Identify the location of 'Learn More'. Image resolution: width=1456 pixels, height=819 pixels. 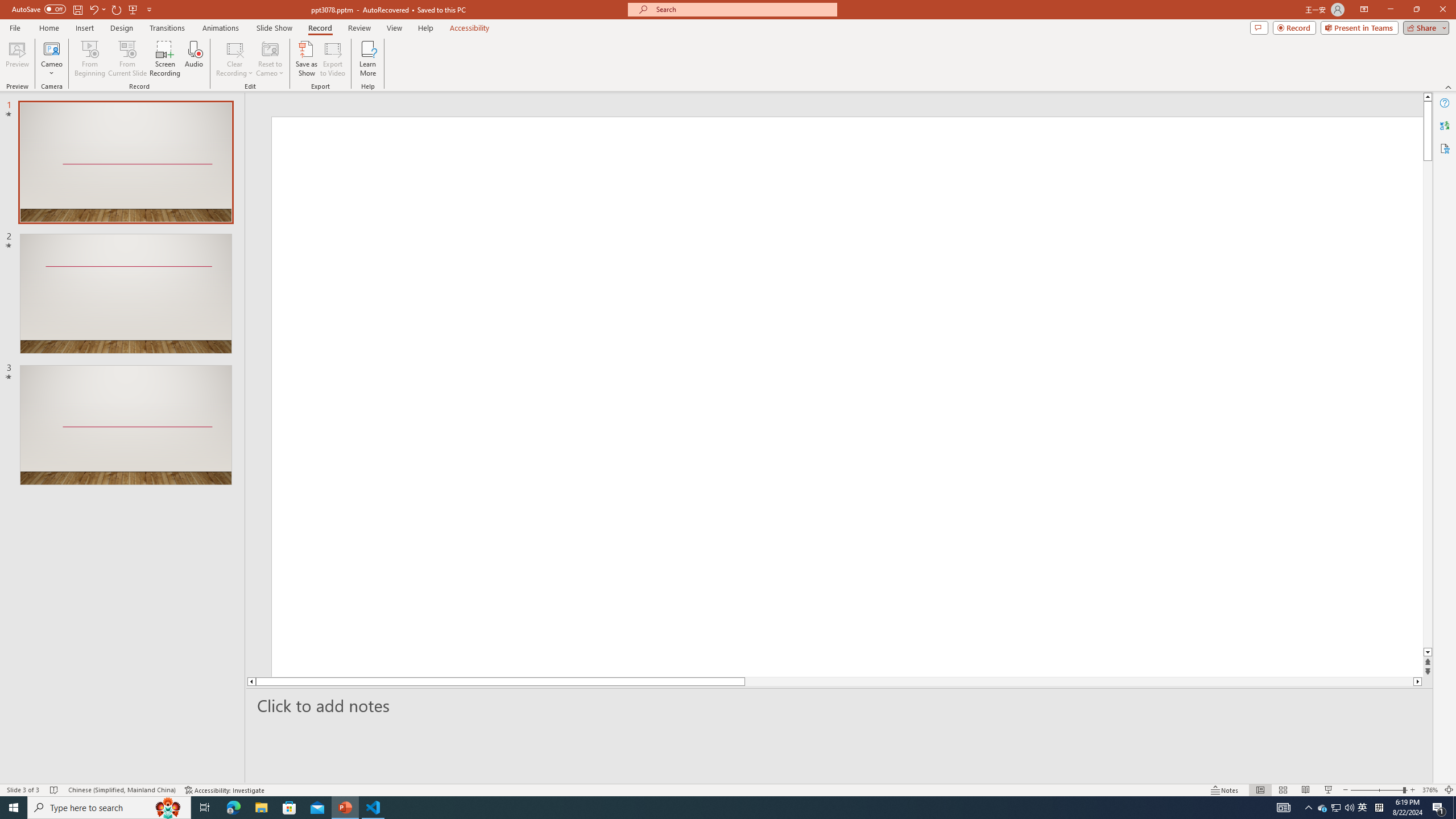
(368, 59).